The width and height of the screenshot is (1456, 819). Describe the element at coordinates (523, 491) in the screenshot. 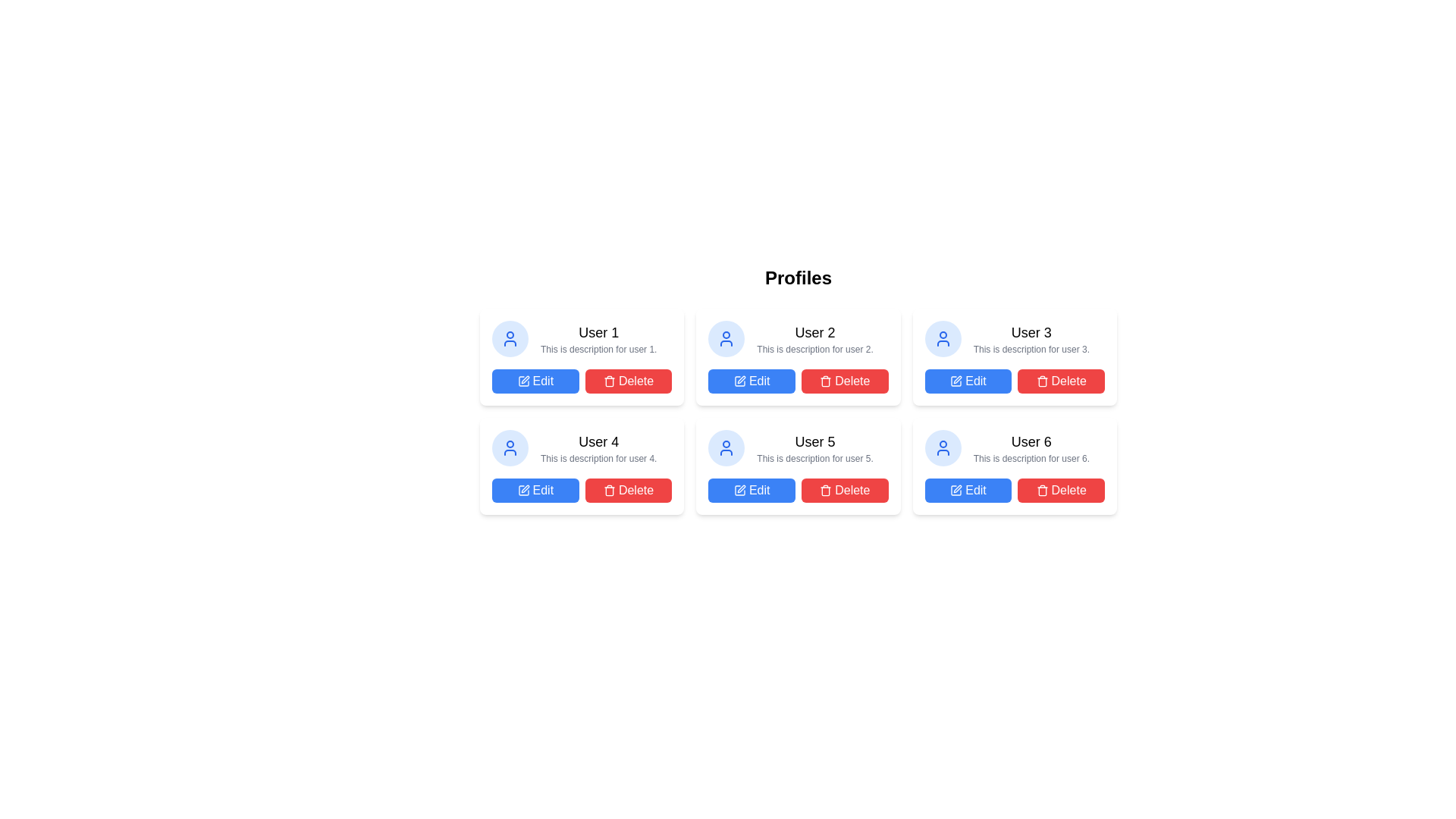

I see `the pen icon located within the 'Edit' button for User 4, which visually indicates its purpose for editing` at that location.